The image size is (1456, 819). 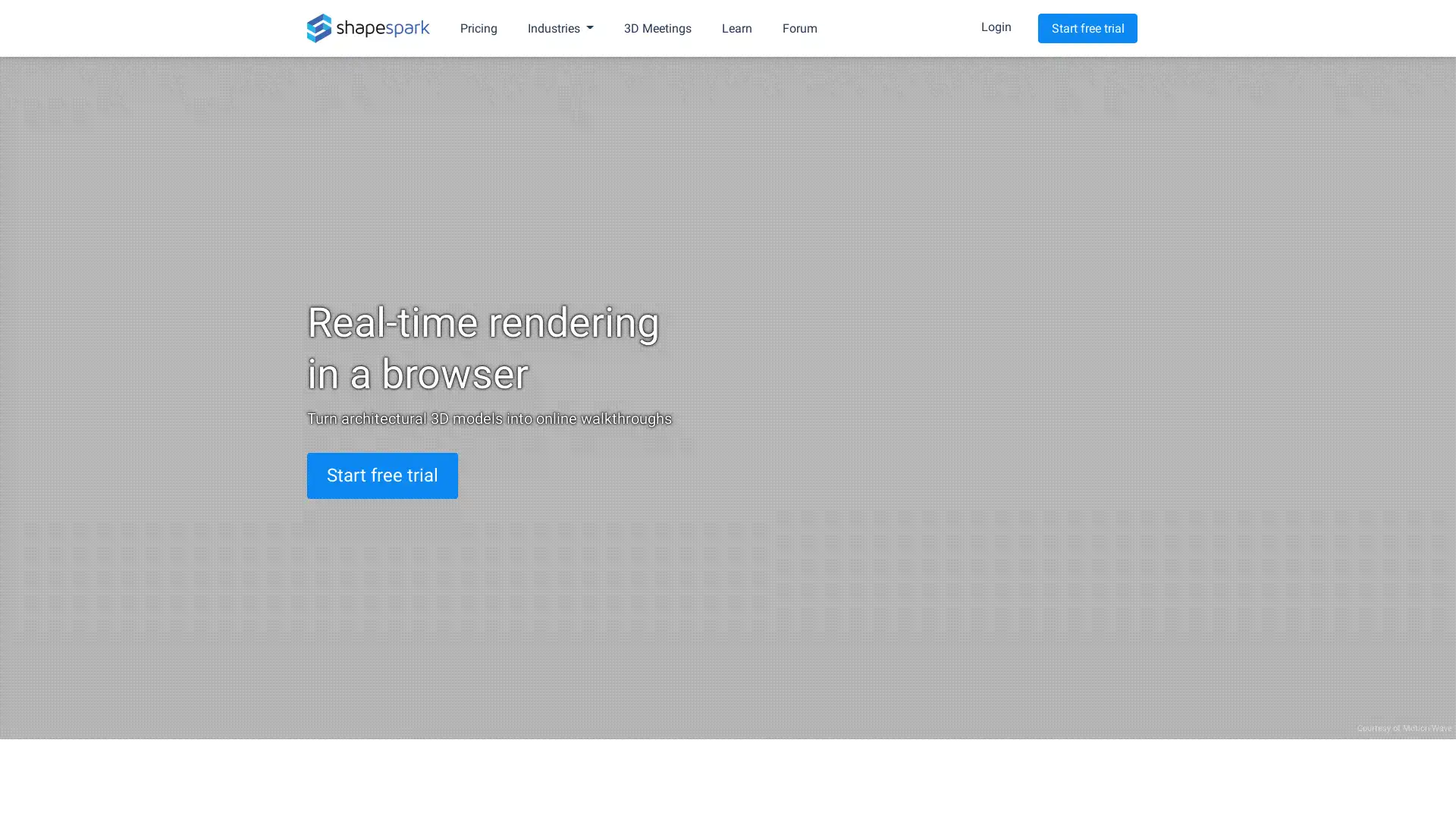 What do you see at coordinates (1087, 28) in the screenshot?
I see `Start free trial` at bounding box center [1087, 28].